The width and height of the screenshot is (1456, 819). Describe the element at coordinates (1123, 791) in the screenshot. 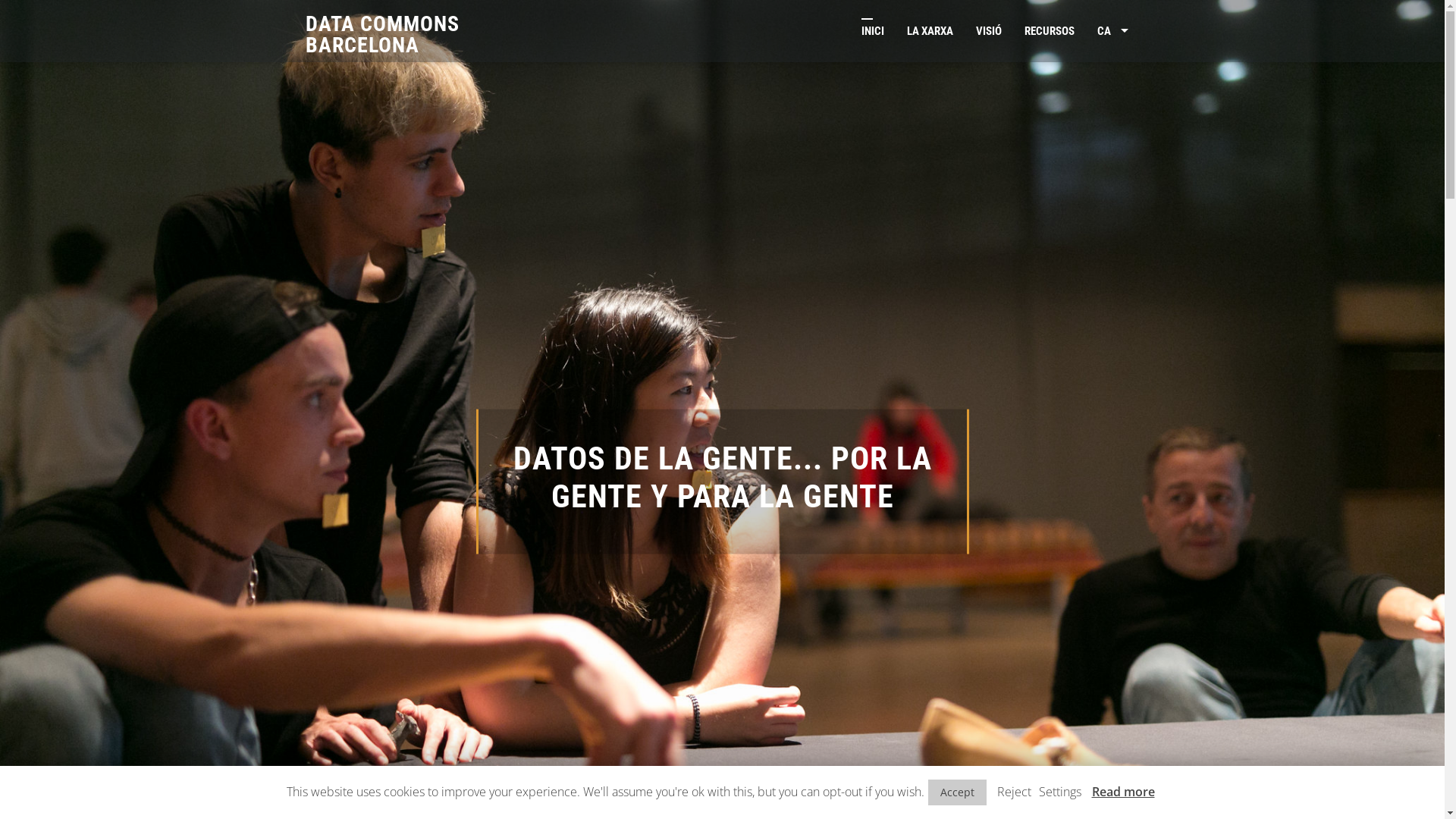

I see `'Read more'` at that location.